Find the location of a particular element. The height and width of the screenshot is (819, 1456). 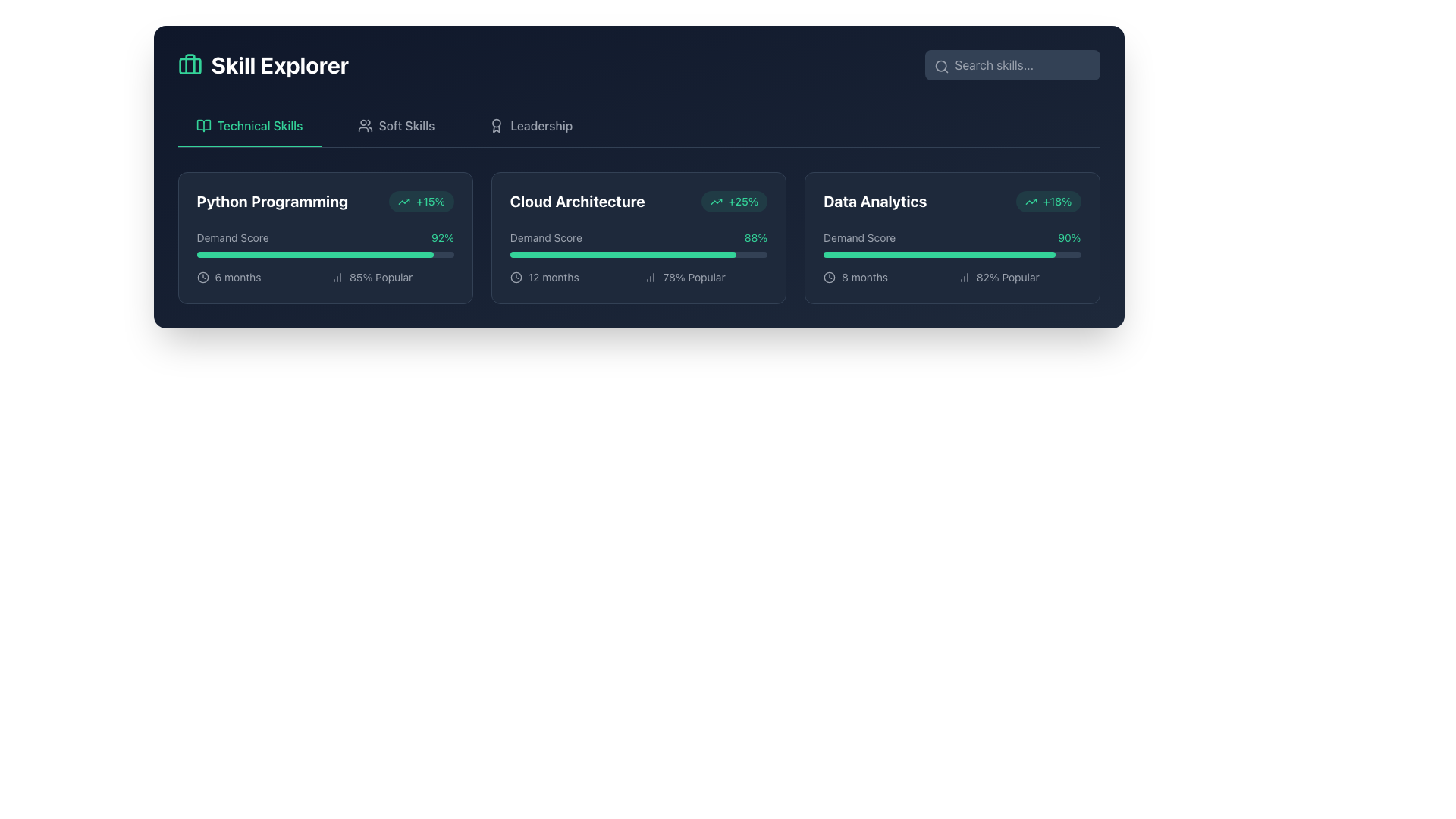

the 'Soft Skills' button in the navigation bar is located at coordinates (396, 124).